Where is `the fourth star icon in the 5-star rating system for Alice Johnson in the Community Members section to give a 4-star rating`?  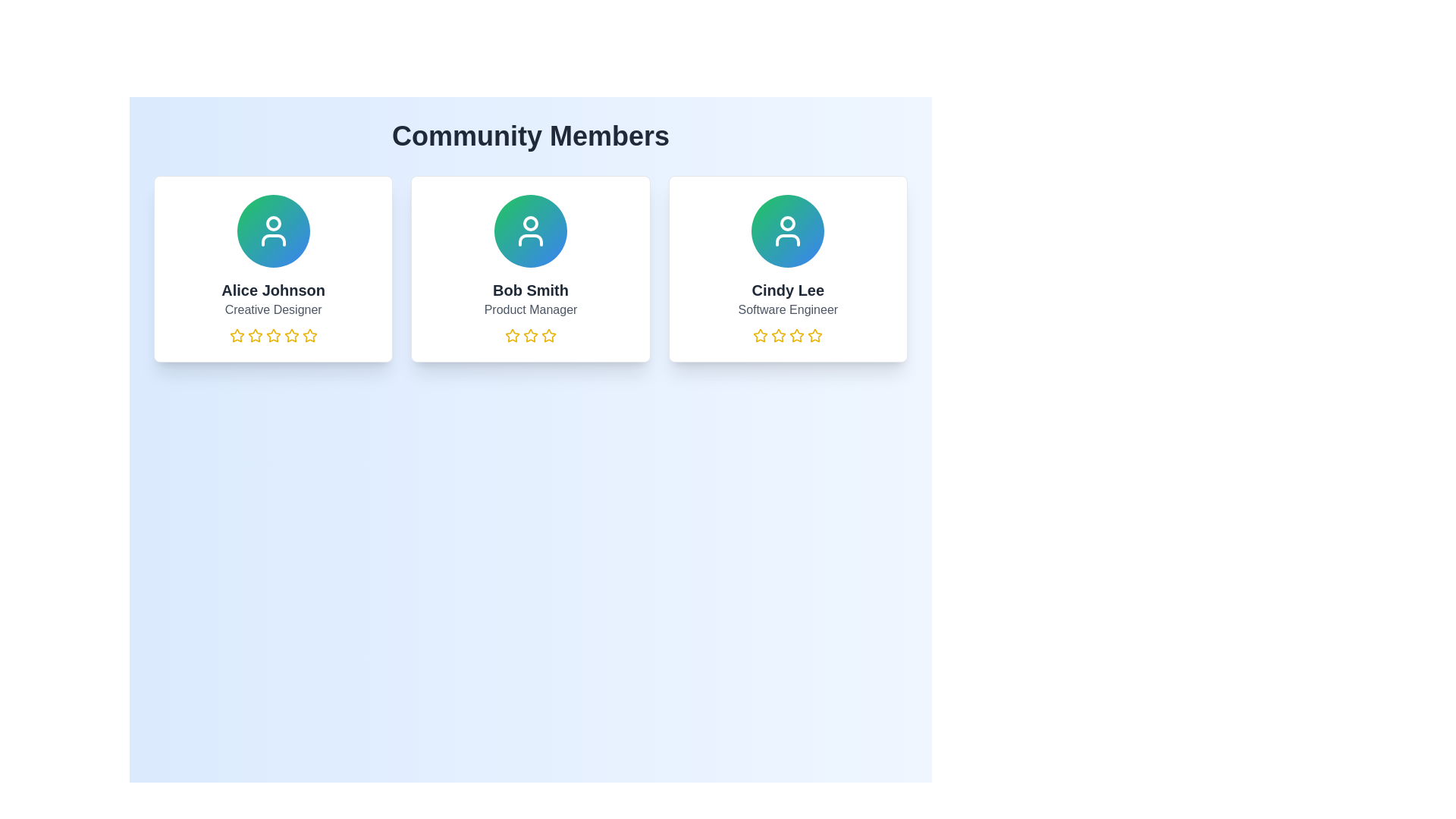 the fourth star icon in the 5-star rating system for Alice Johnson in the Community Members section to give a 4-star rating is located at coordinates (273, 335).